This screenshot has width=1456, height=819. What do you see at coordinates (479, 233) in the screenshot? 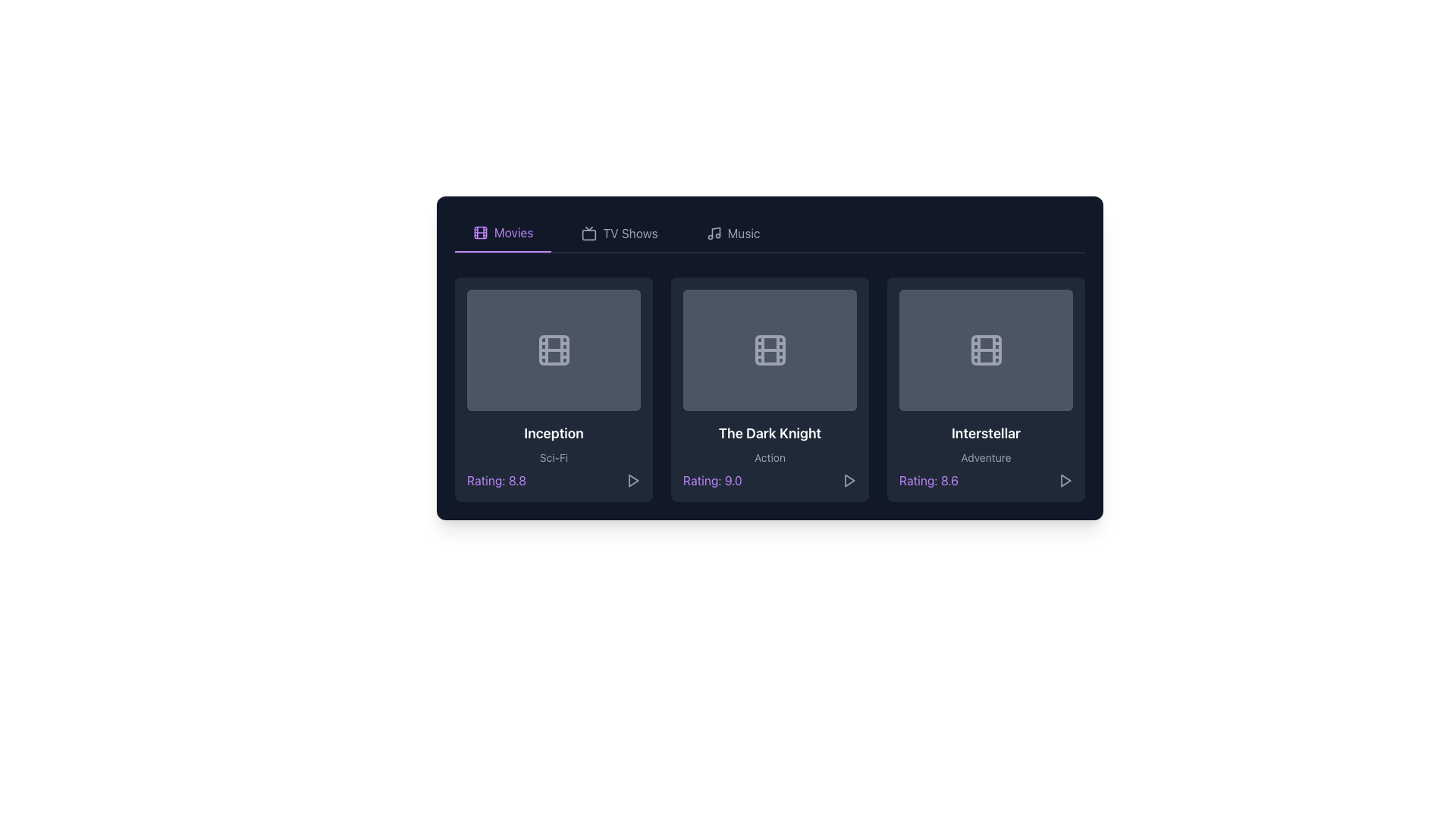
I see `the purple film icon located in the navigation bar, which is positioned to the left of the 'Movies' label` at bounding box center [479, 233].